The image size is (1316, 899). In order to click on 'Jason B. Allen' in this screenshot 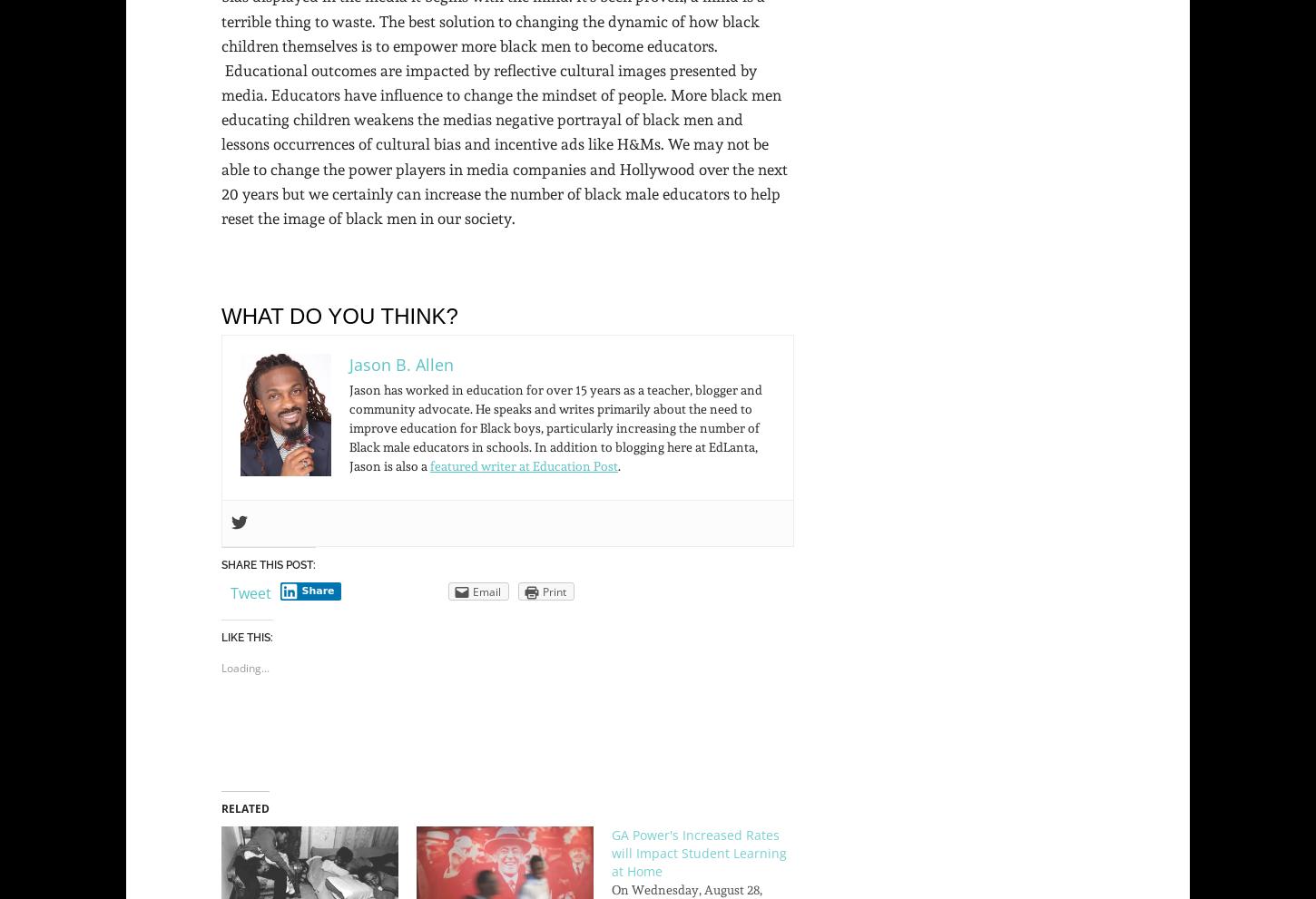, I will do `click(400, 362)`.